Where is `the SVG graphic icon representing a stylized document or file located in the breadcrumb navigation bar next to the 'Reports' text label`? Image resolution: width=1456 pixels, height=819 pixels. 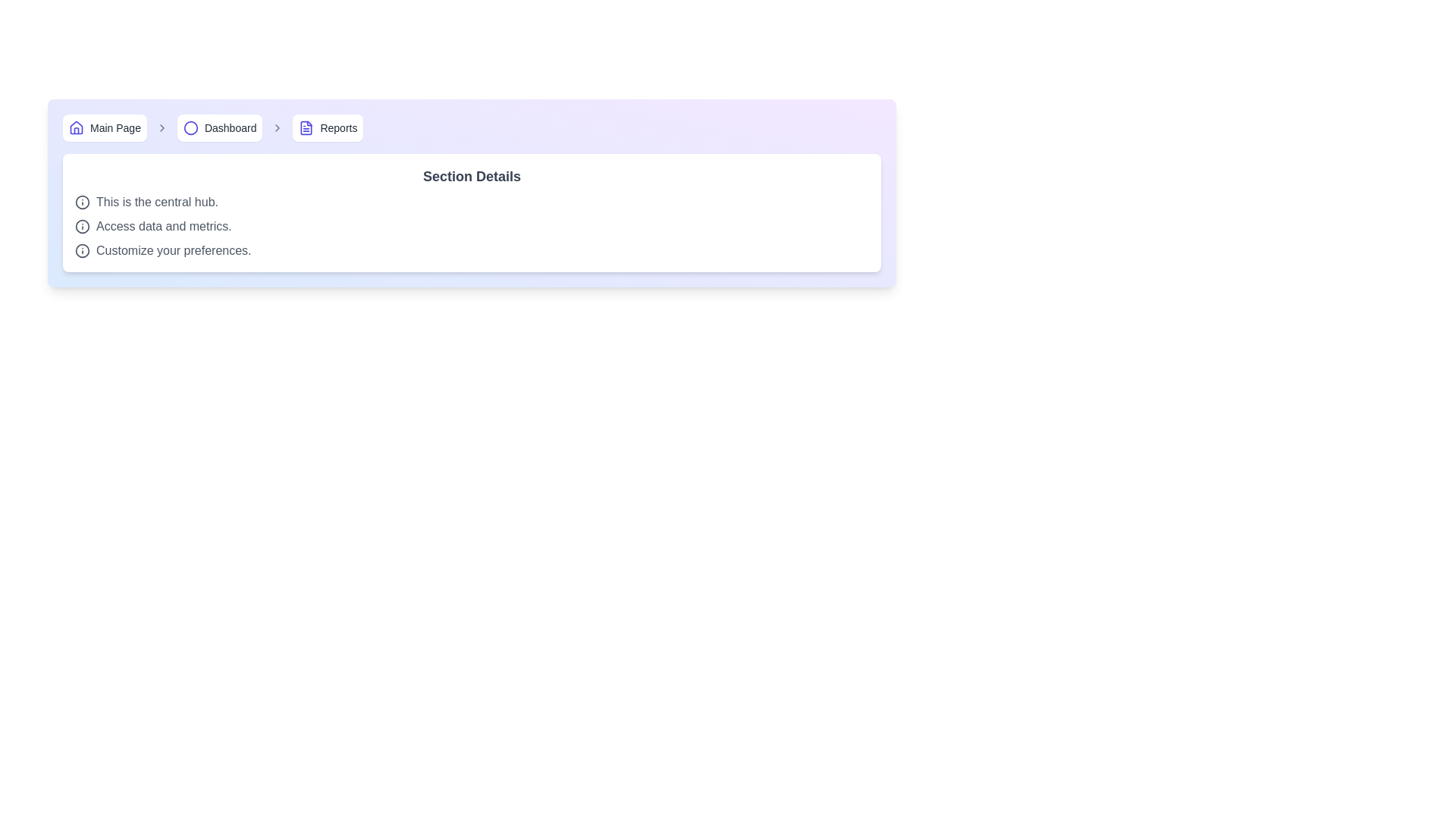 the SVG graphic icon representing a stylized document or file located in the breadcrumb navigation bar next to the 'Reports' text label is located at coordinates (306, 127).